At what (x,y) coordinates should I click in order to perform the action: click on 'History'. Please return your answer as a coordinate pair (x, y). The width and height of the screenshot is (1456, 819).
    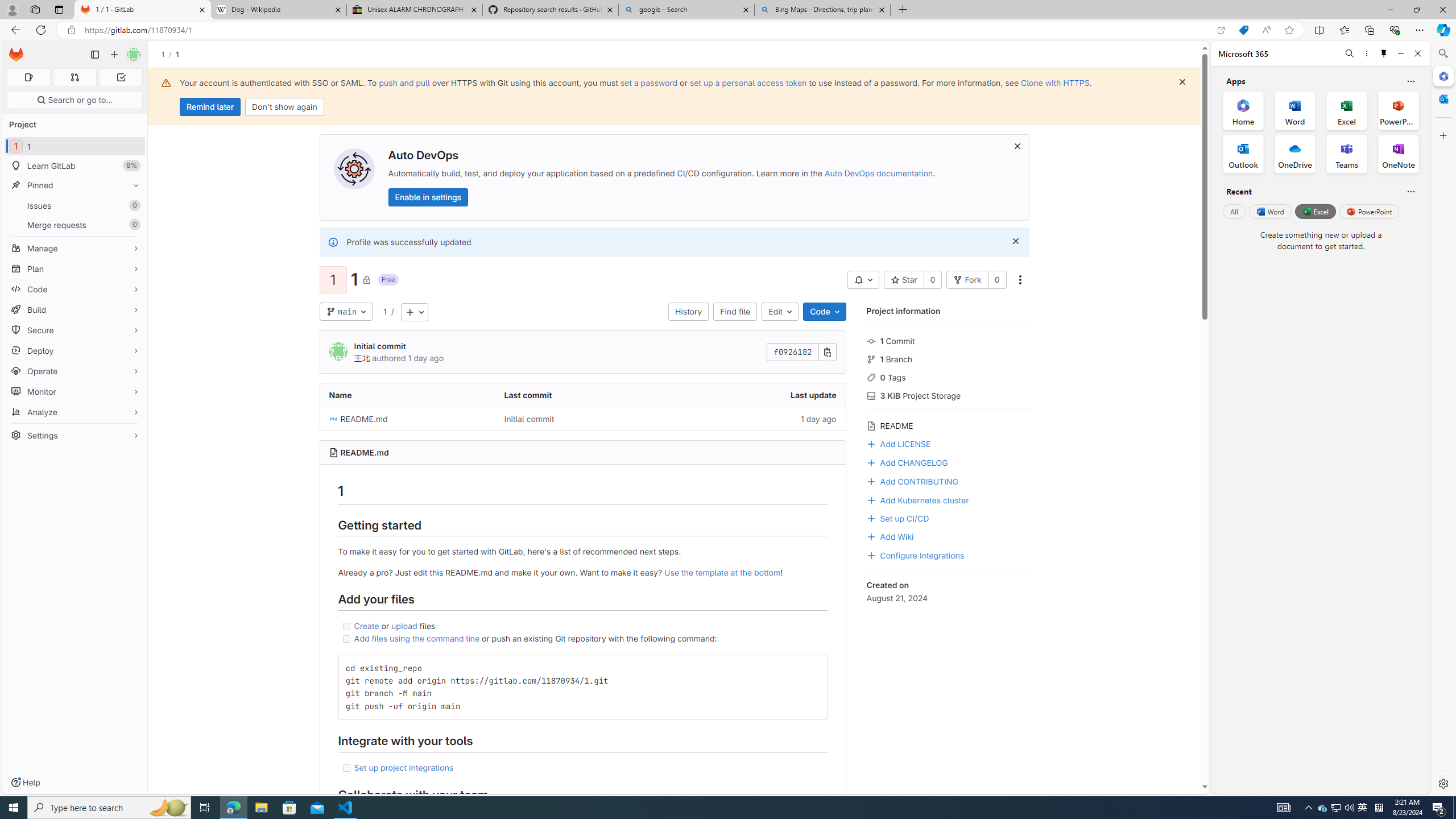
    Looking at the image, I should click on (688, 311).